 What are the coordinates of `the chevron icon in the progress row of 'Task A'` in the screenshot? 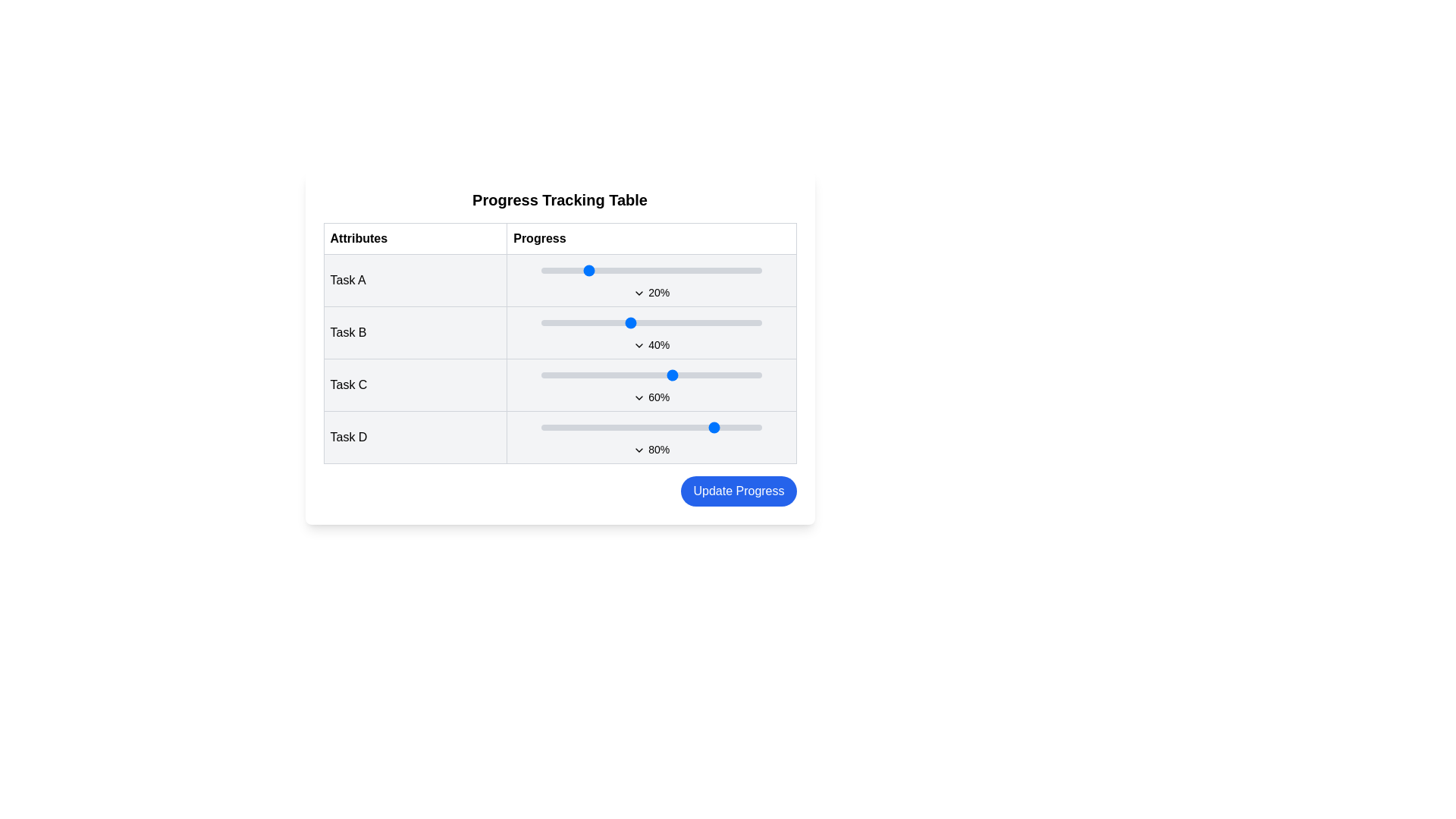 It's located at (639, 293).